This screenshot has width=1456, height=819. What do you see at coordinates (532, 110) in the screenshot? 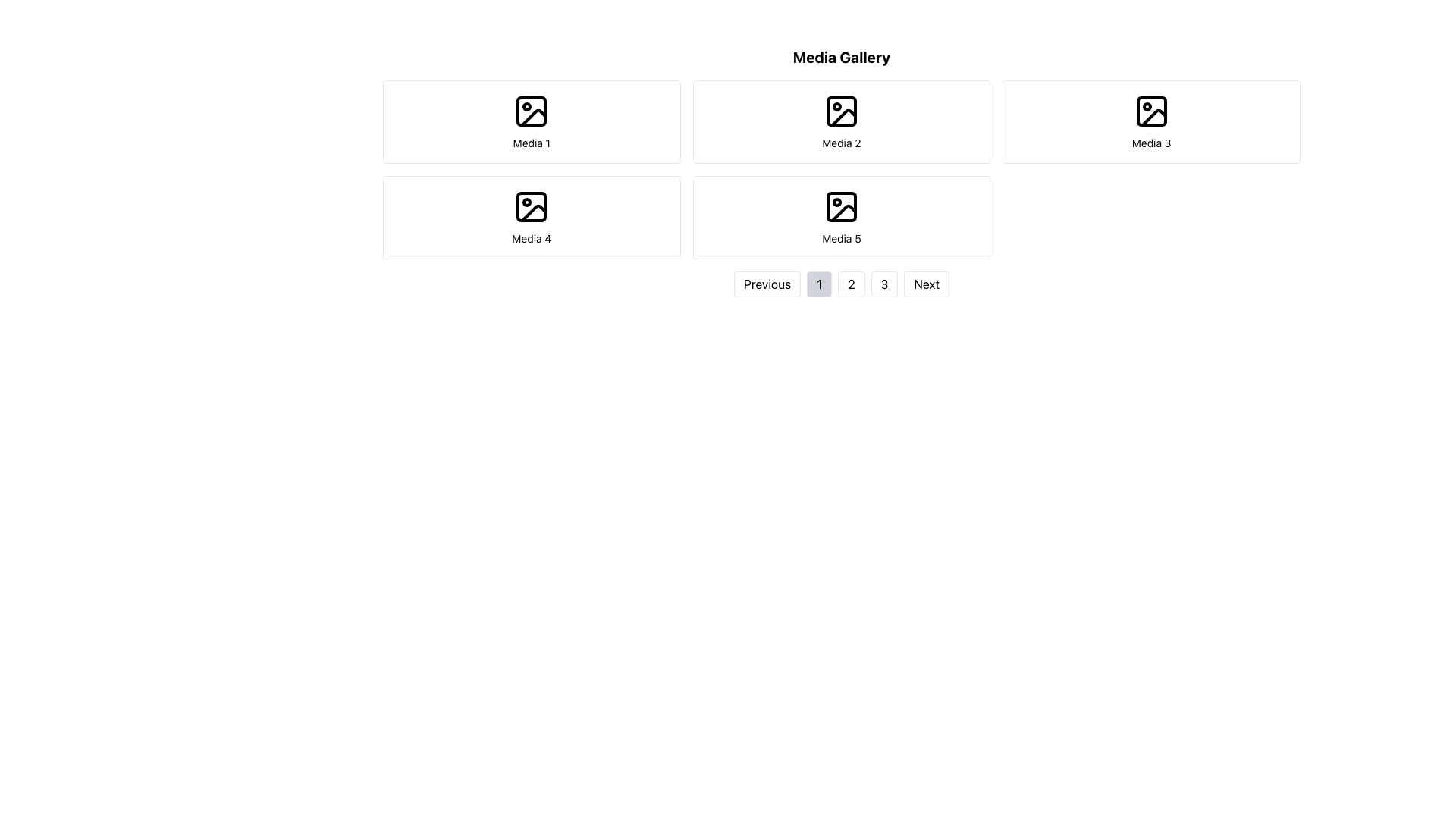
I see `the decorative graphic element with rounded corners located at the top-left corner of the 'Media 1' icon, which represents an image` at bounding box center [532, 110].